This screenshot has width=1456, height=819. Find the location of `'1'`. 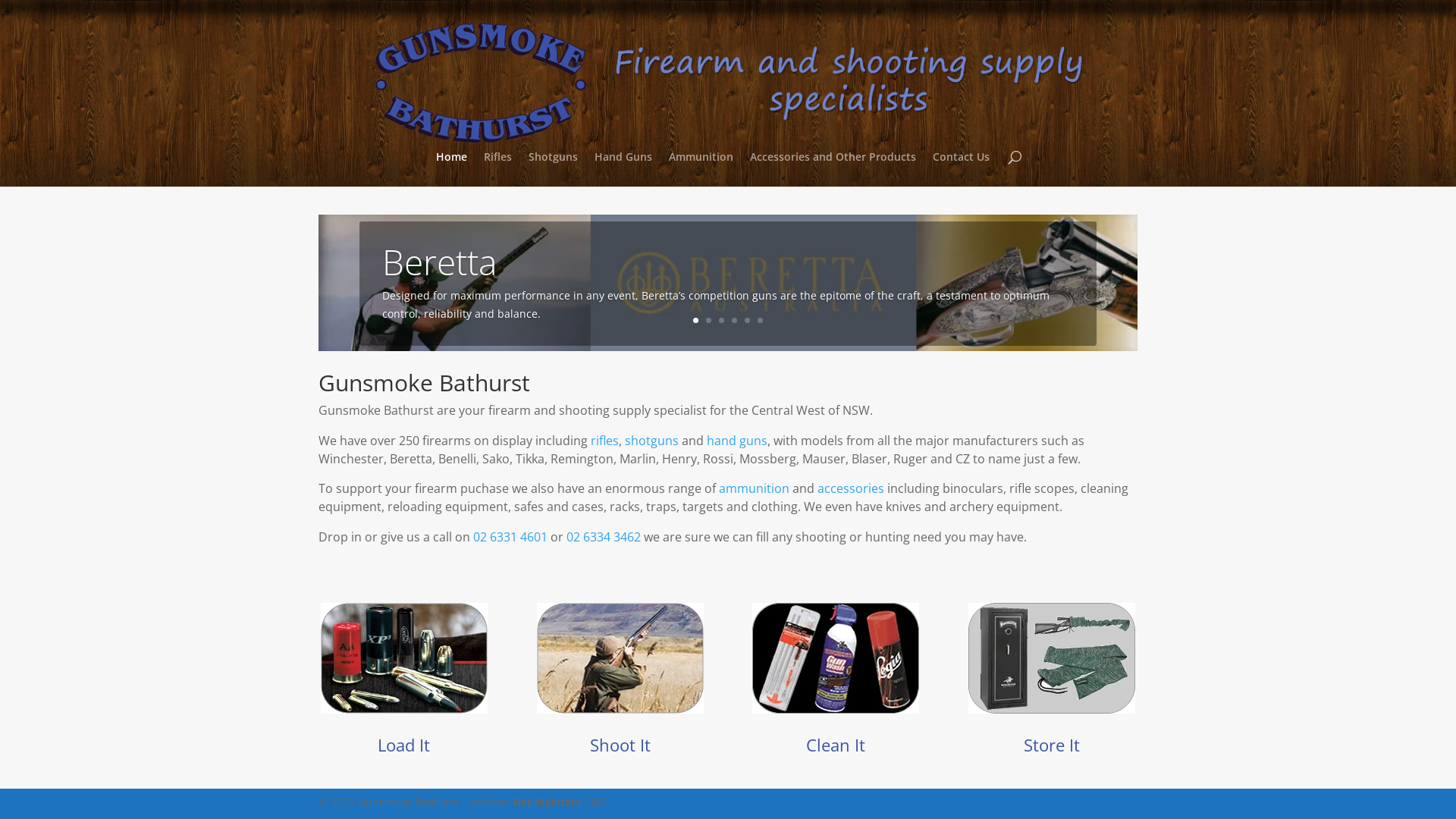

'1' is located at coordinates (695, 319).